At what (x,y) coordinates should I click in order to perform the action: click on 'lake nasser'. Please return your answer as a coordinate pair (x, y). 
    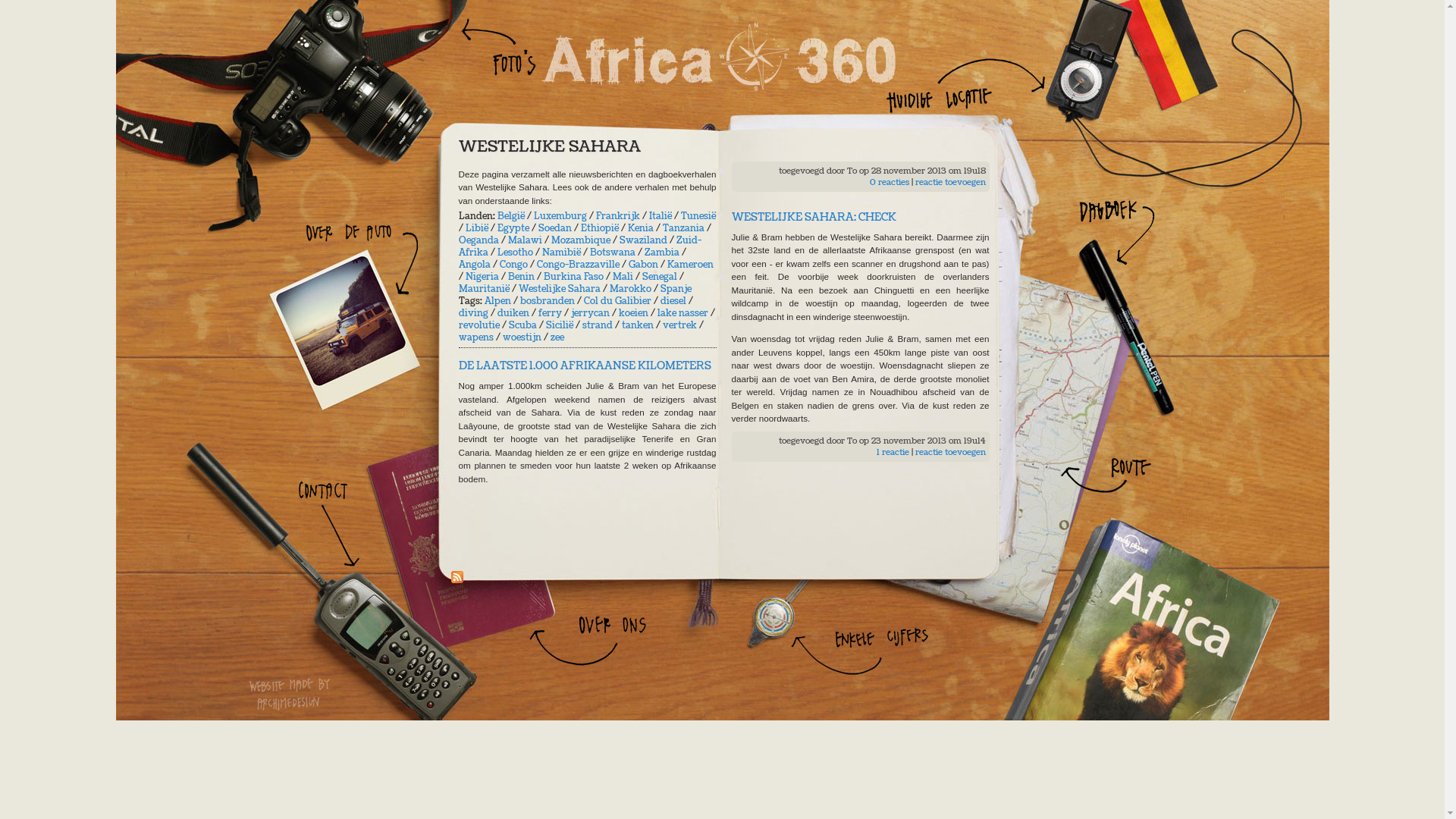
    Looking at the image, I should click on (656, 312).